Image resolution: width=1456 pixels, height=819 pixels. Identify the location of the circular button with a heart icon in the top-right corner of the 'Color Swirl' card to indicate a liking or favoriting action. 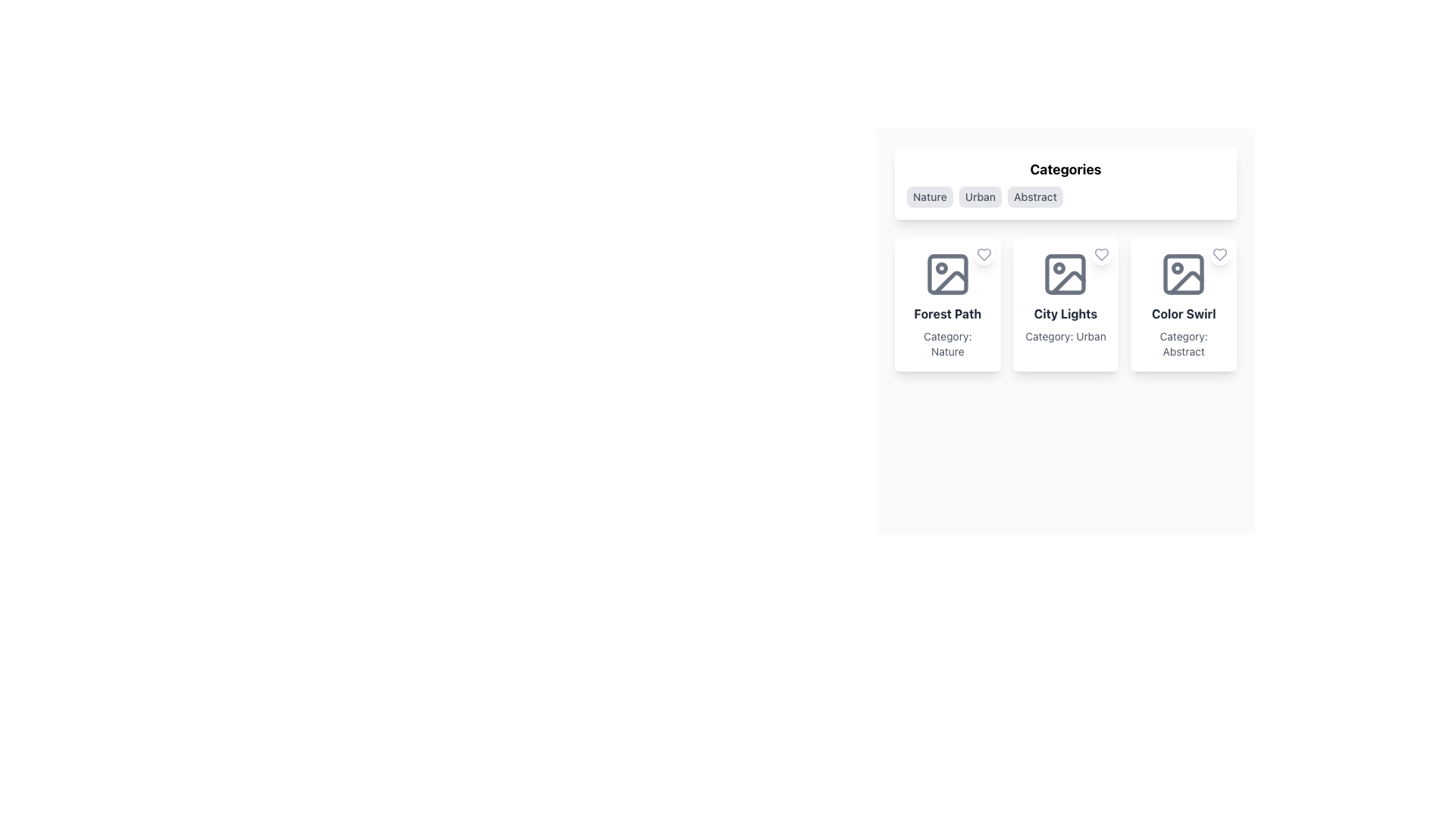
(1219, 253).